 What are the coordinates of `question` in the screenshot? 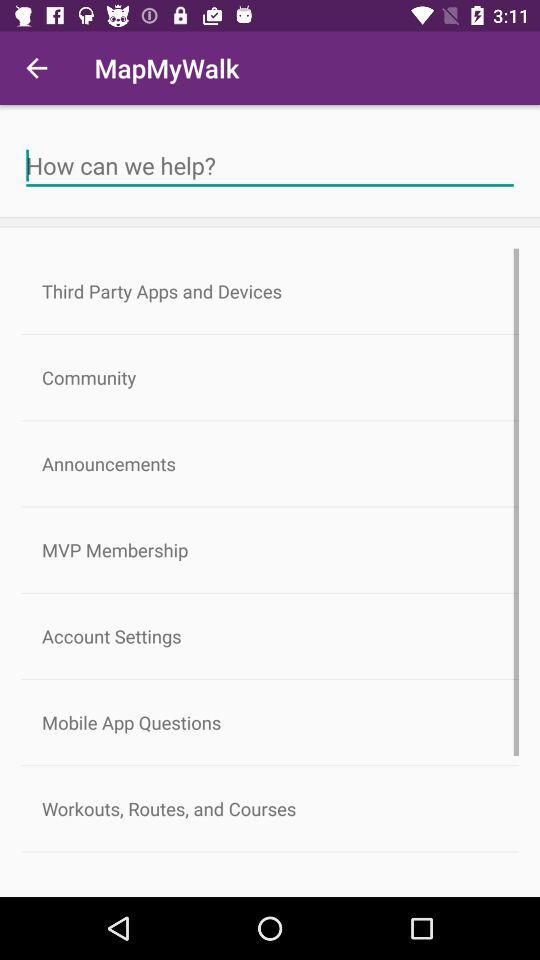 It's located at (270, 165).